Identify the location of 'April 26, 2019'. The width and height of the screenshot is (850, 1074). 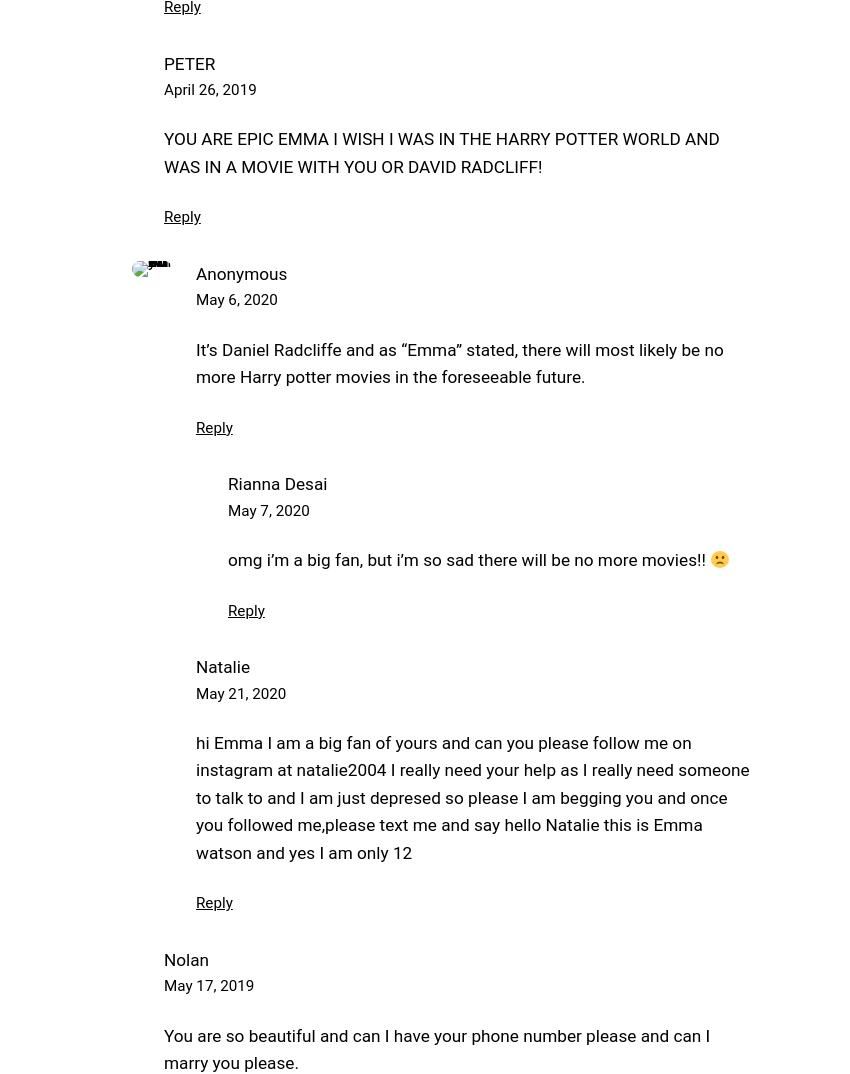
(209, 90).